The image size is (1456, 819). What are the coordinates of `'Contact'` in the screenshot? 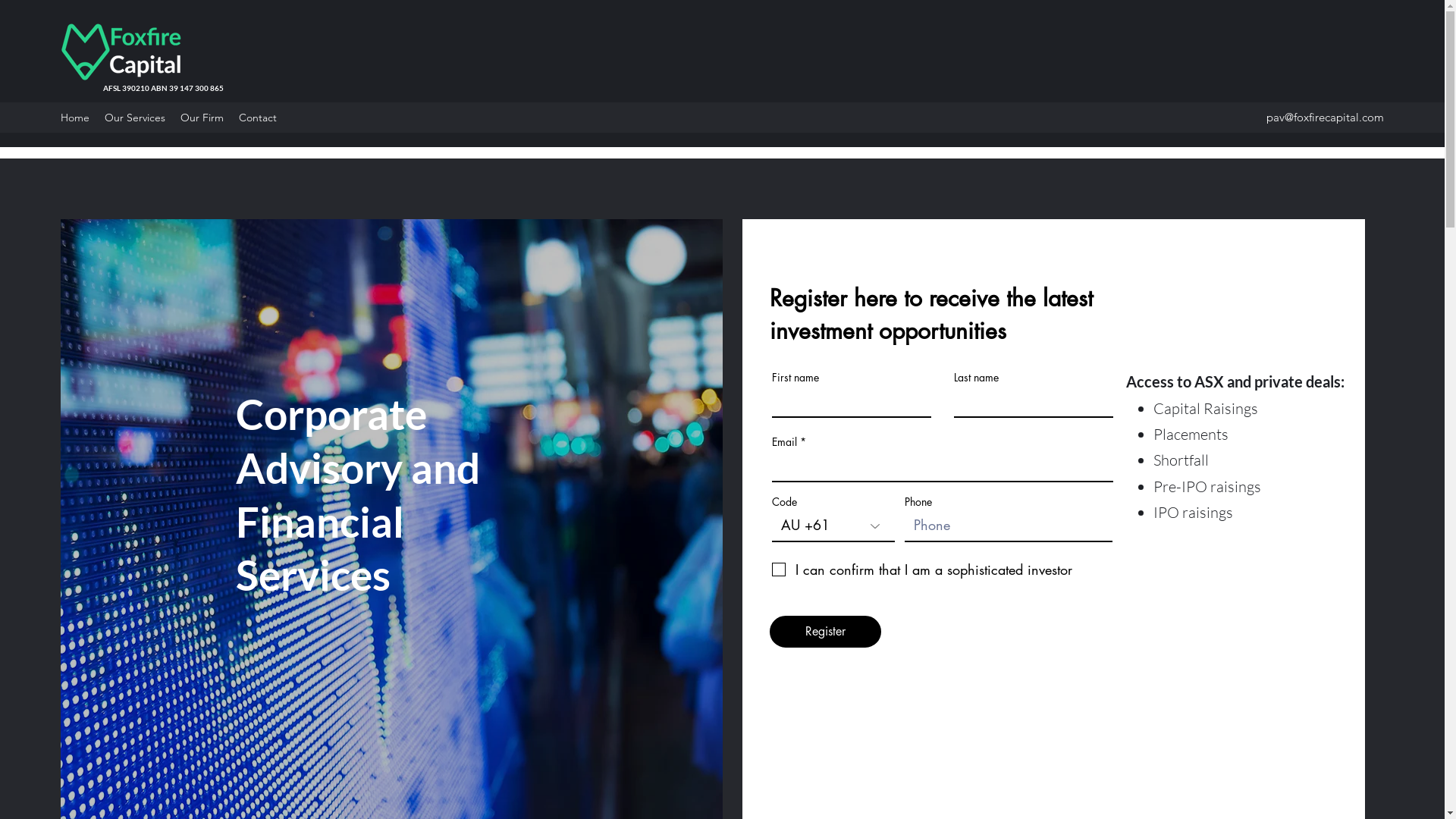 It's located at (258, 116).